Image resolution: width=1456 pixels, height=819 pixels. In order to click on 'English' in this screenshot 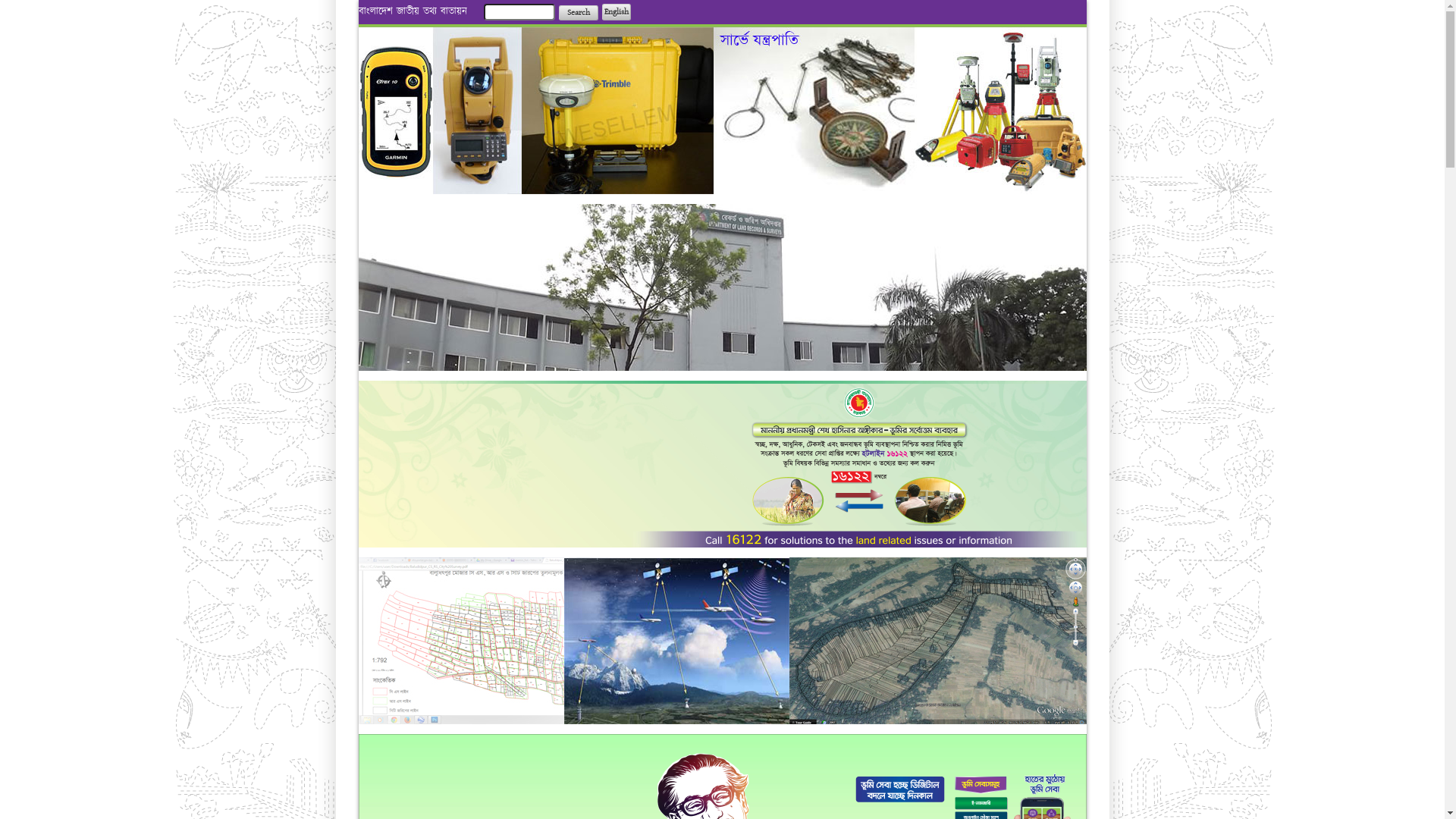, I will do `click(616, 11)`.